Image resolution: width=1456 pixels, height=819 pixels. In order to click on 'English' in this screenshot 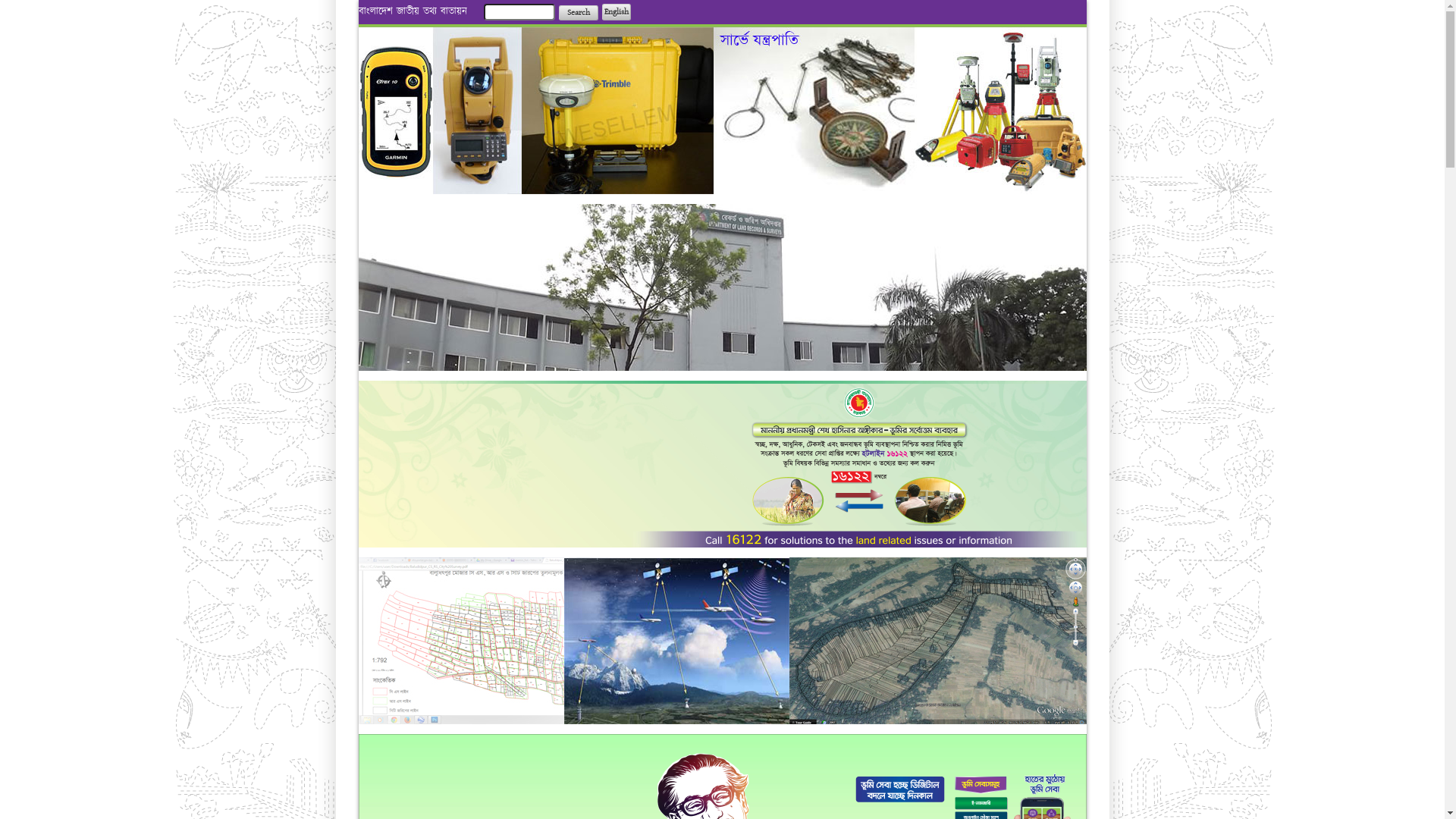, I will do `click(616, 11)`.